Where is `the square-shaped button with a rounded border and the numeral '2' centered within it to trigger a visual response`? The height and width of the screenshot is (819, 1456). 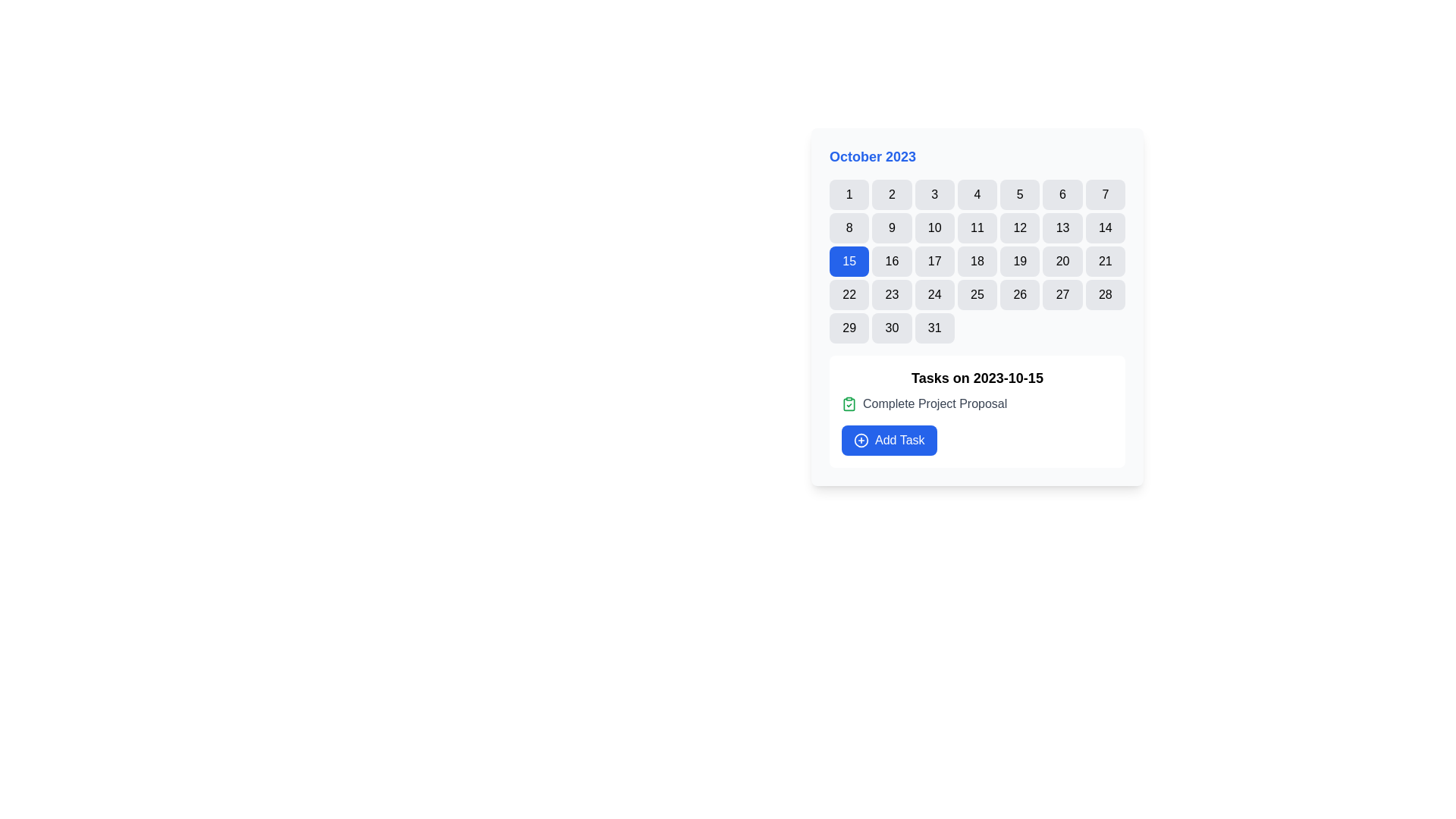 the square-shaped button with a rounded border and the numeral '2' centered within it to trigger a visual response is located at coordinates (892, 194).